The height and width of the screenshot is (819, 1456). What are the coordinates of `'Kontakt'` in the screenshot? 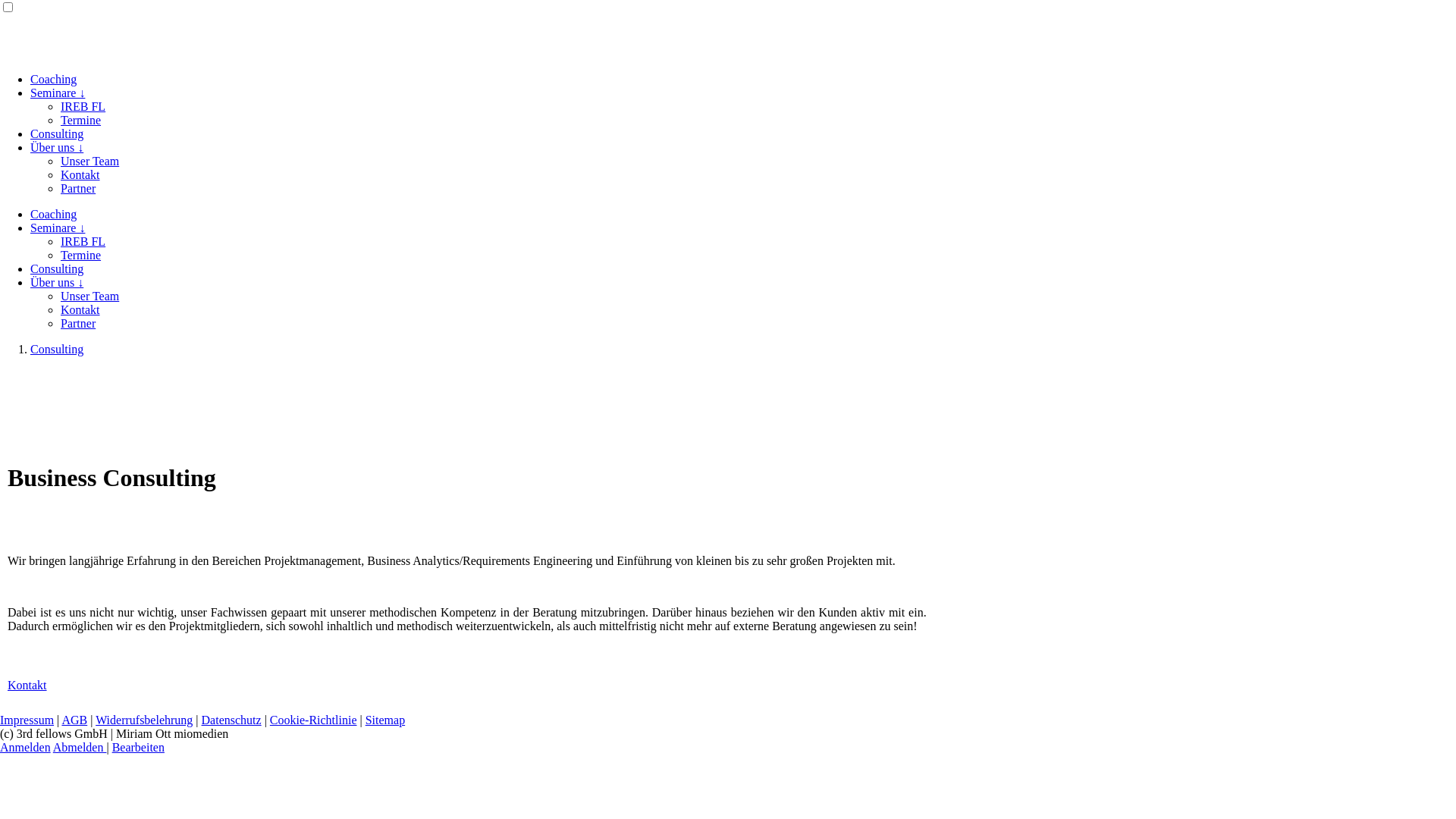 It's located at (27, 685).